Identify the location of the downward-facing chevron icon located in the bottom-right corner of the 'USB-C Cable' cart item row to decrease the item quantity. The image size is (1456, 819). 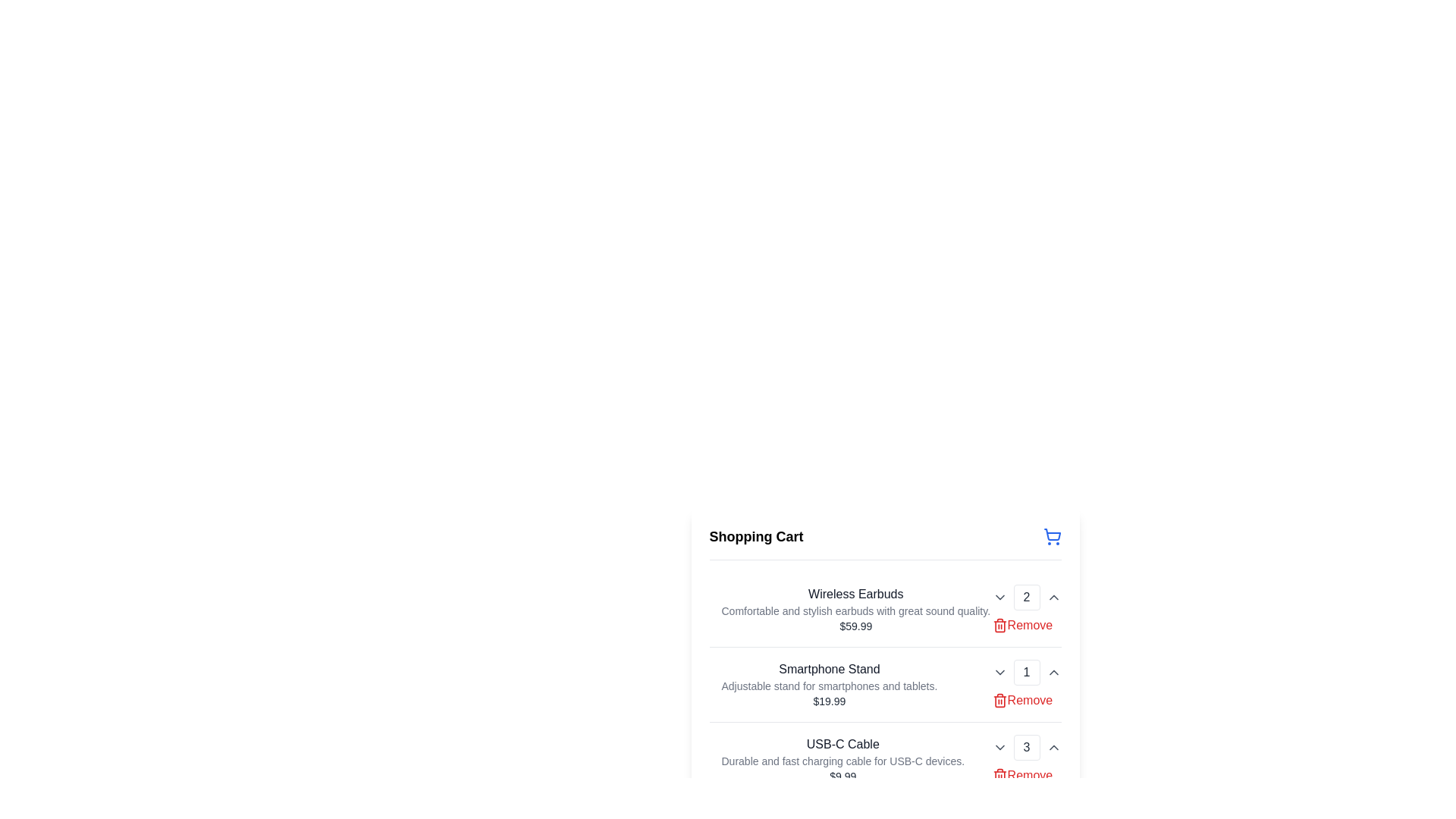
(999, 747).